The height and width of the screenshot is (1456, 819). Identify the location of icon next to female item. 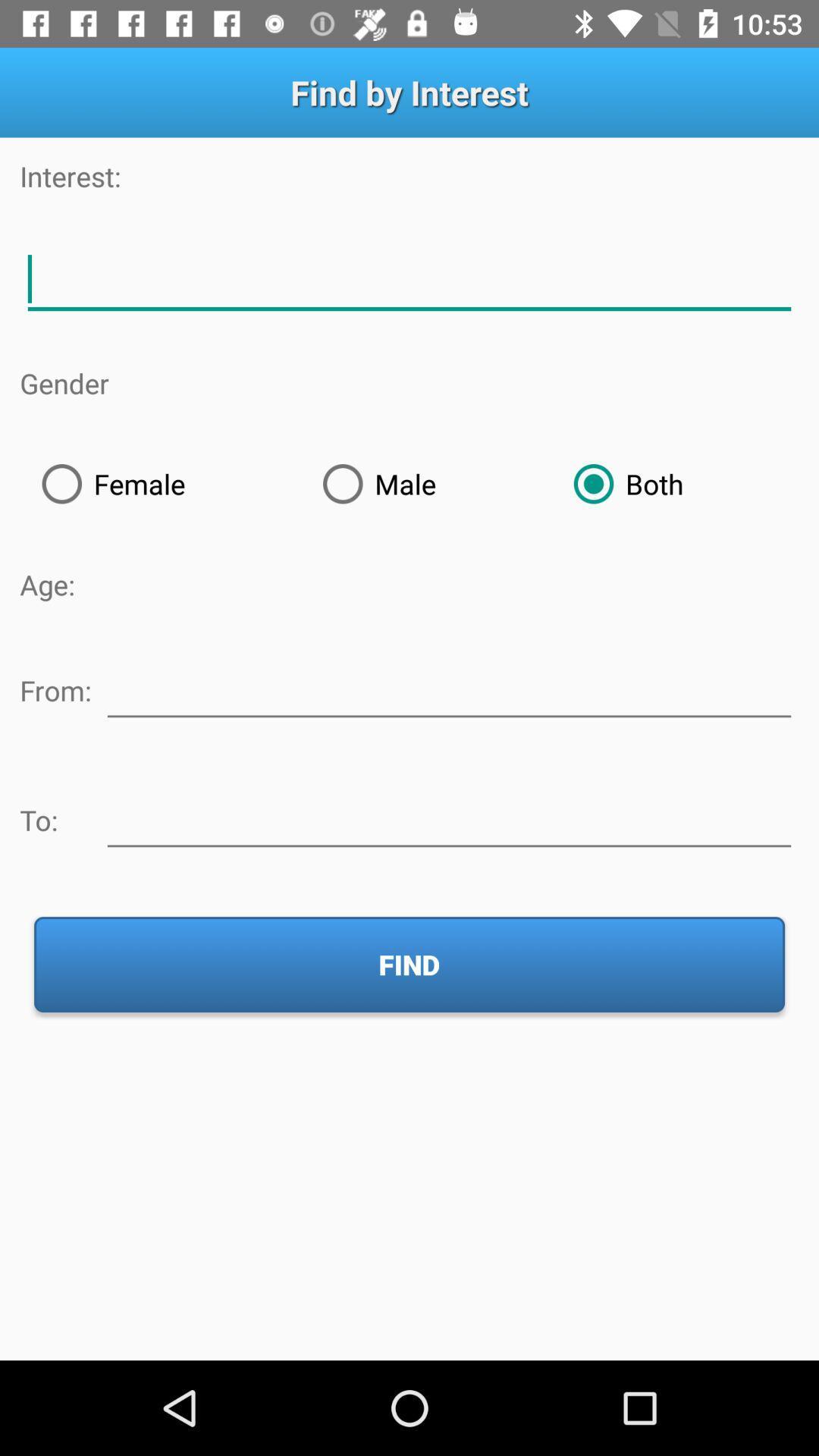
(426, 483).